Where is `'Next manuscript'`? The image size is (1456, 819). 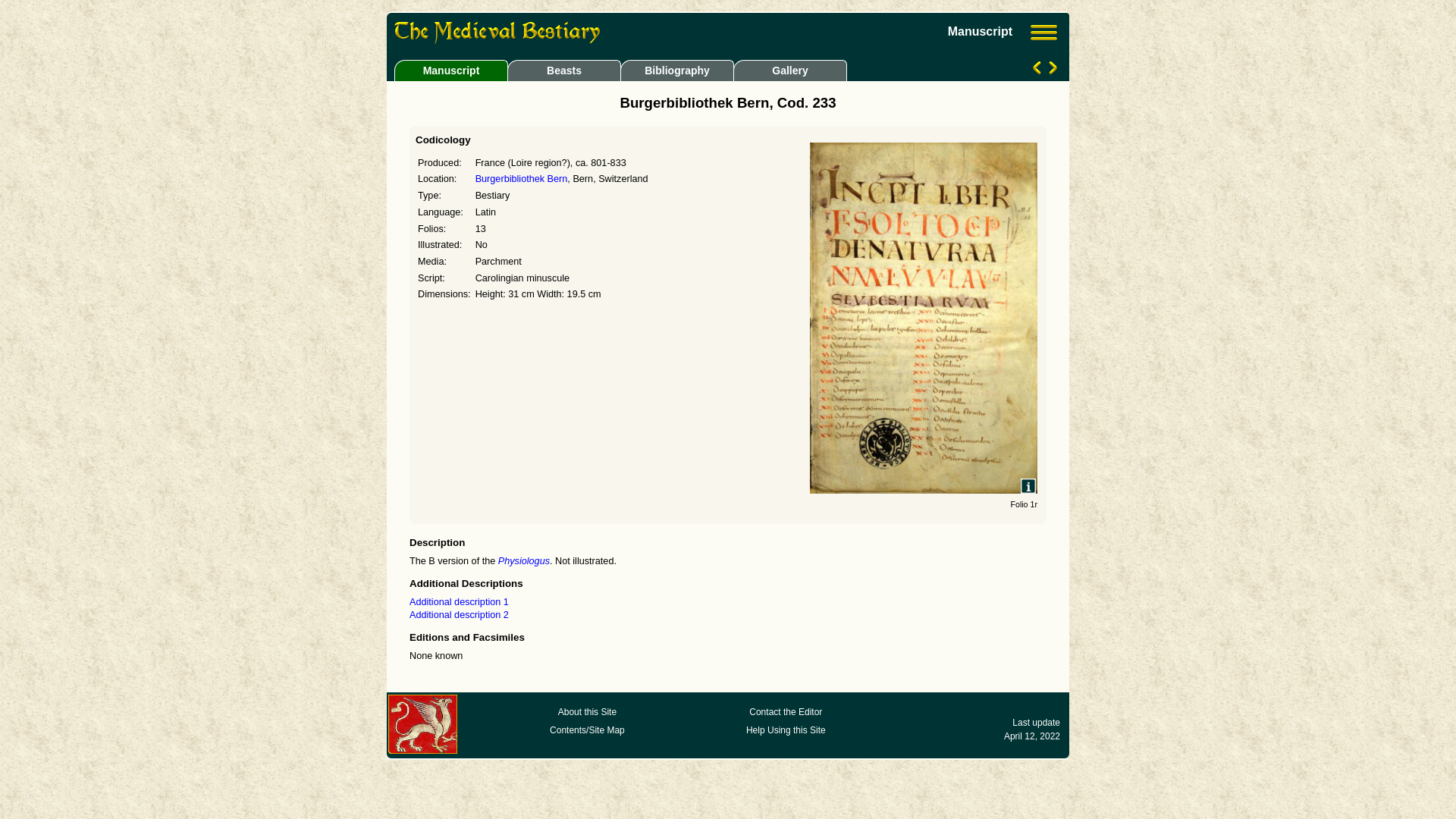 'Next manuscript' is located at coordinates (1050, 70).